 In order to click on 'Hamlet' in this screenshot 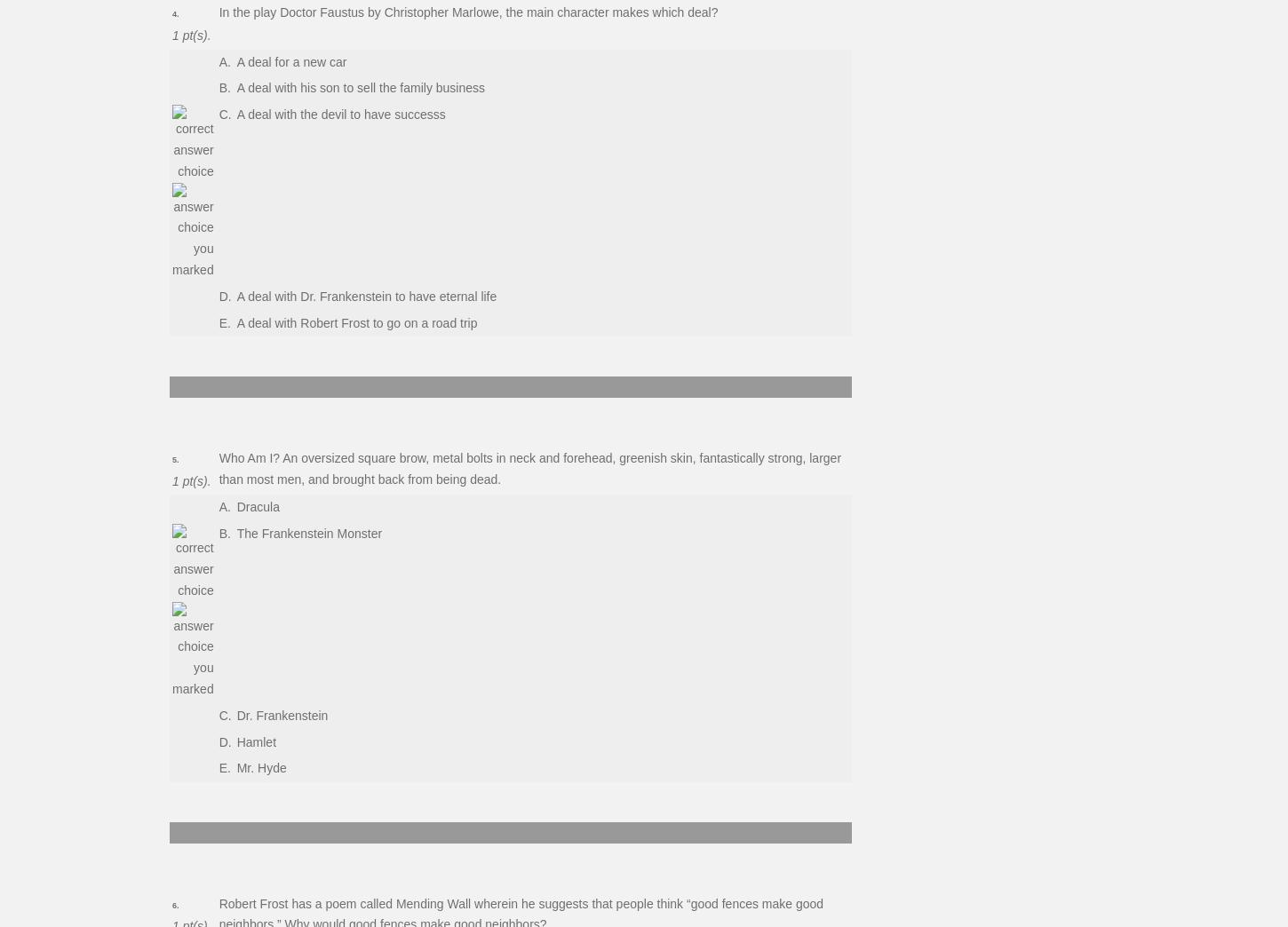, I will do `click(235, 740)`.